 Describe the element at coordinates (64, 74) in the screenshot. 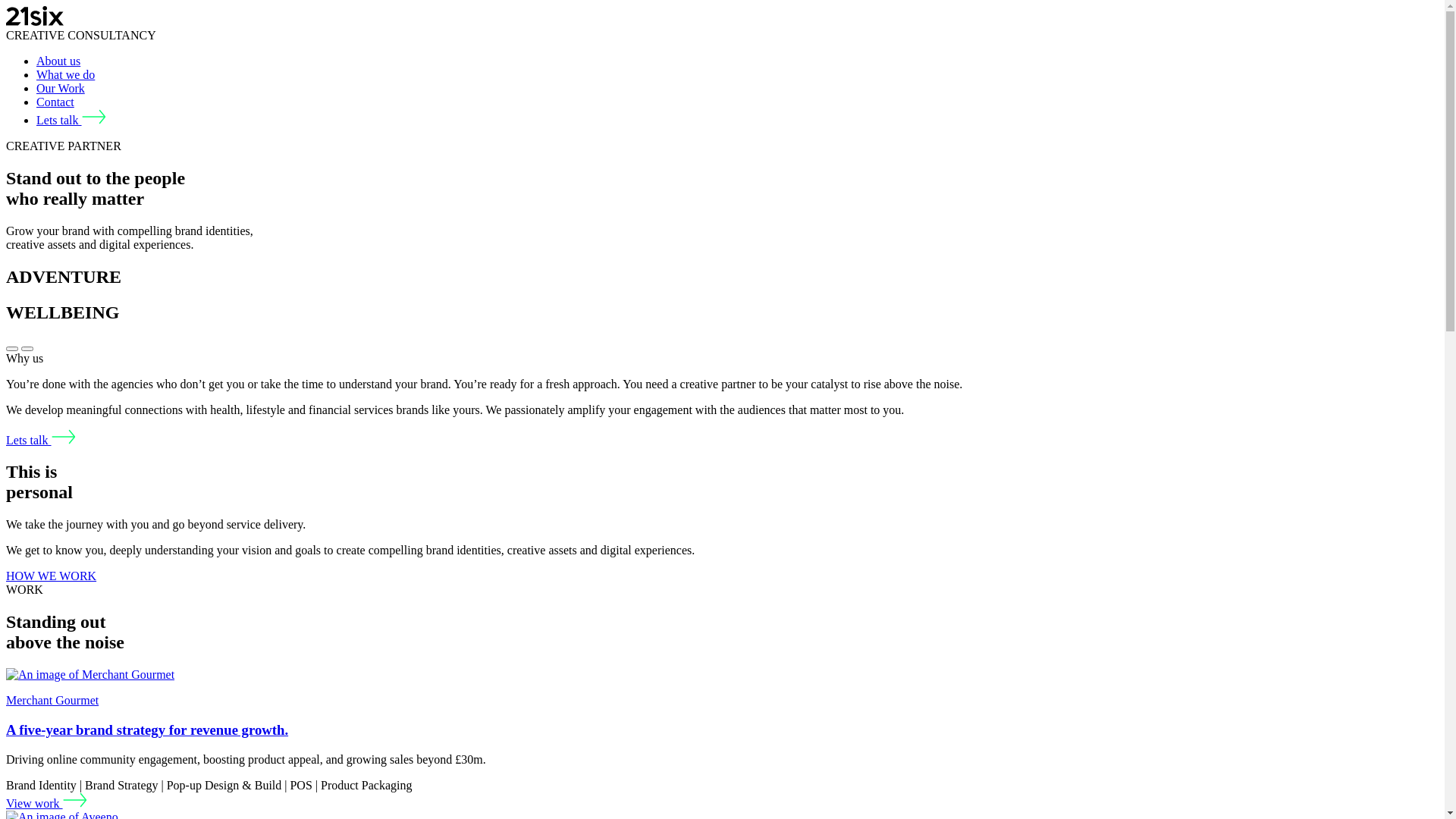

I see `'What we do'` at that location.